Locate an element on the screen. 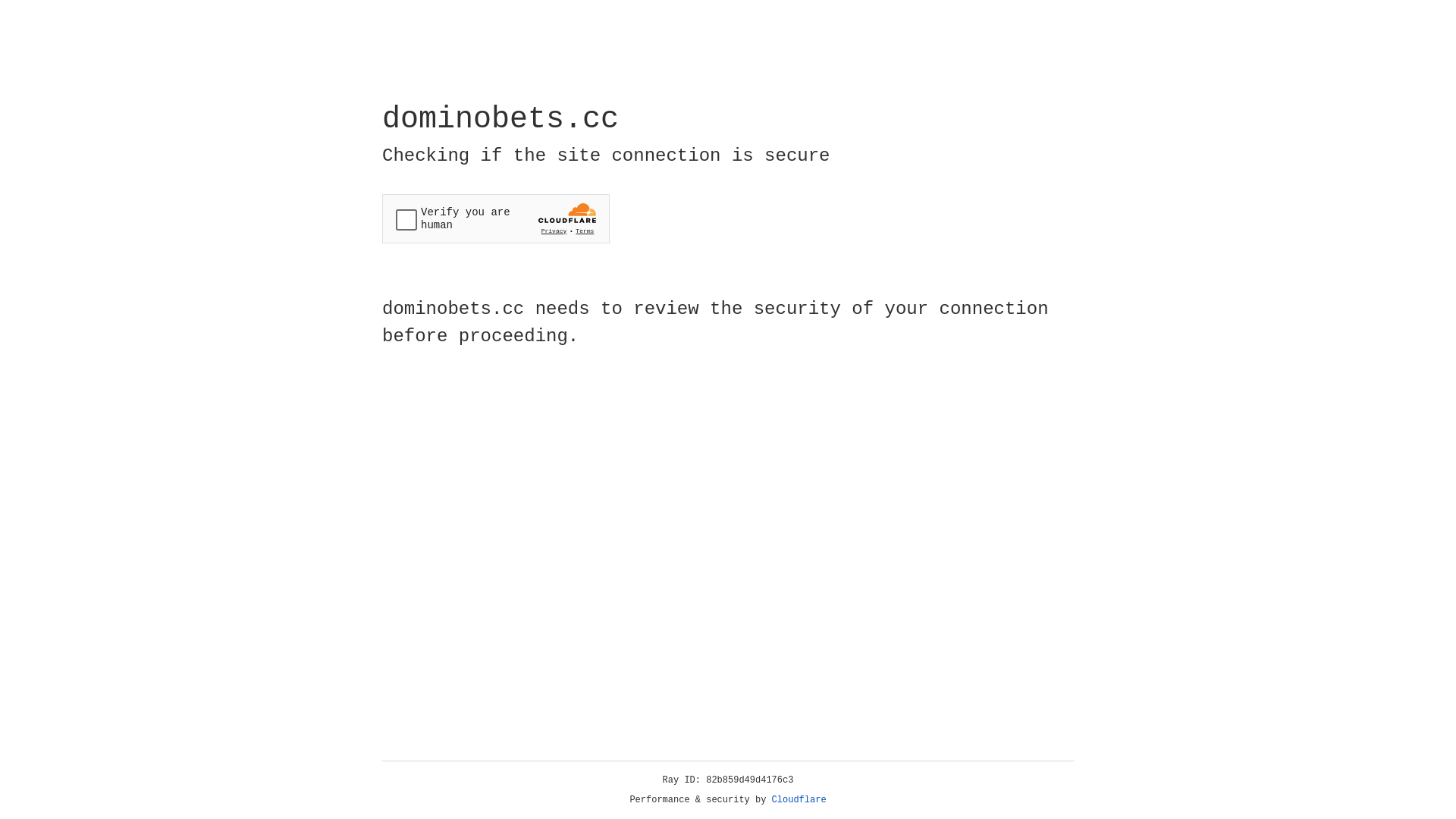 The image size is (1456, 819). 'Widget containing a Cloudflare security challenge' is located at coordinates (495, 218).